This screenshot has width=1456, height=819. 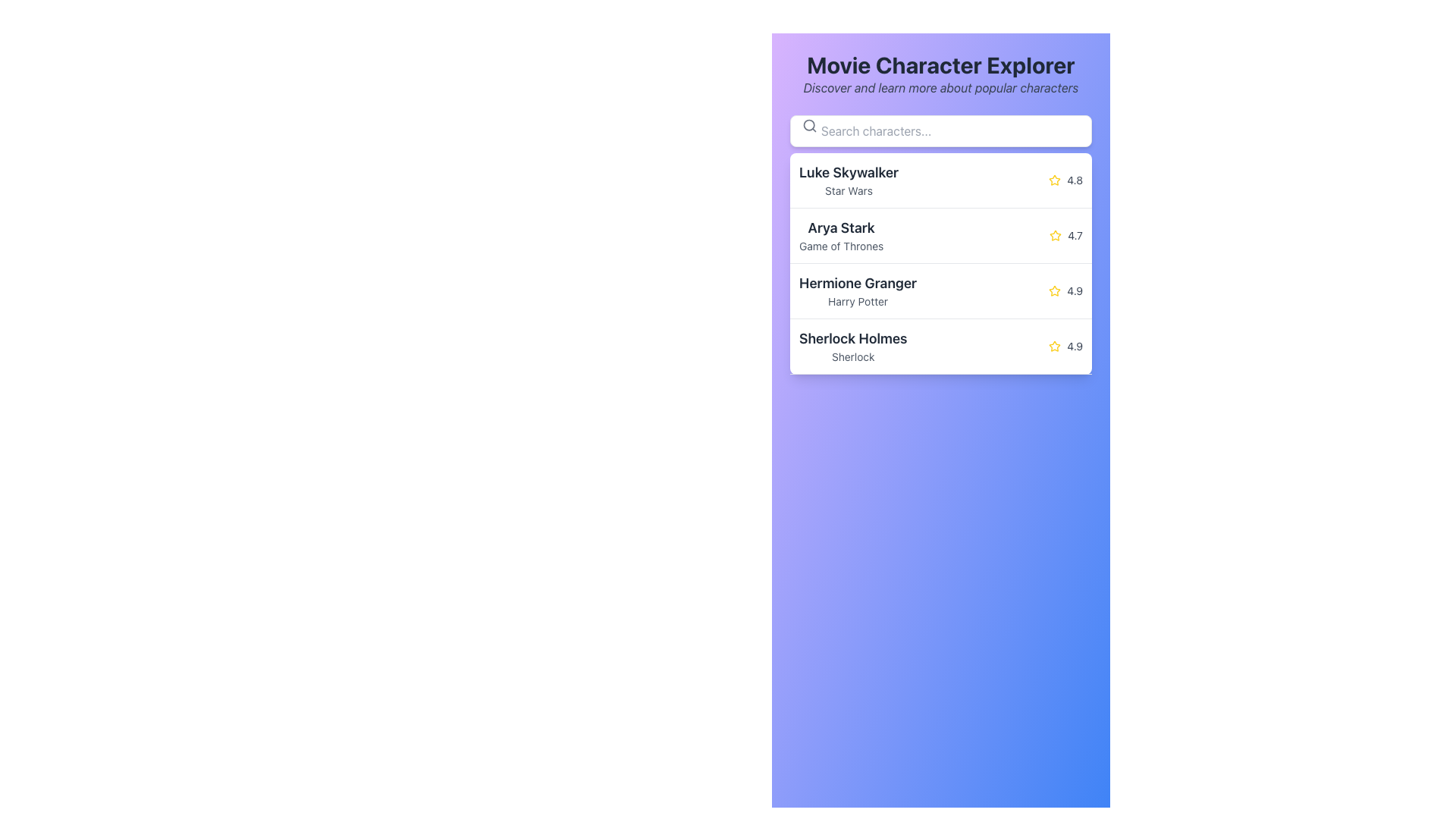 What do you see at coordinates (1065, 291) in the screenshot?
I see `the Rating Display element that shows a star icon and the text '4.9' adjacent to it, indicating a rating metric for the 'Hermione Granger - Harry Potter' entry` at bounding box center [1065, 291].